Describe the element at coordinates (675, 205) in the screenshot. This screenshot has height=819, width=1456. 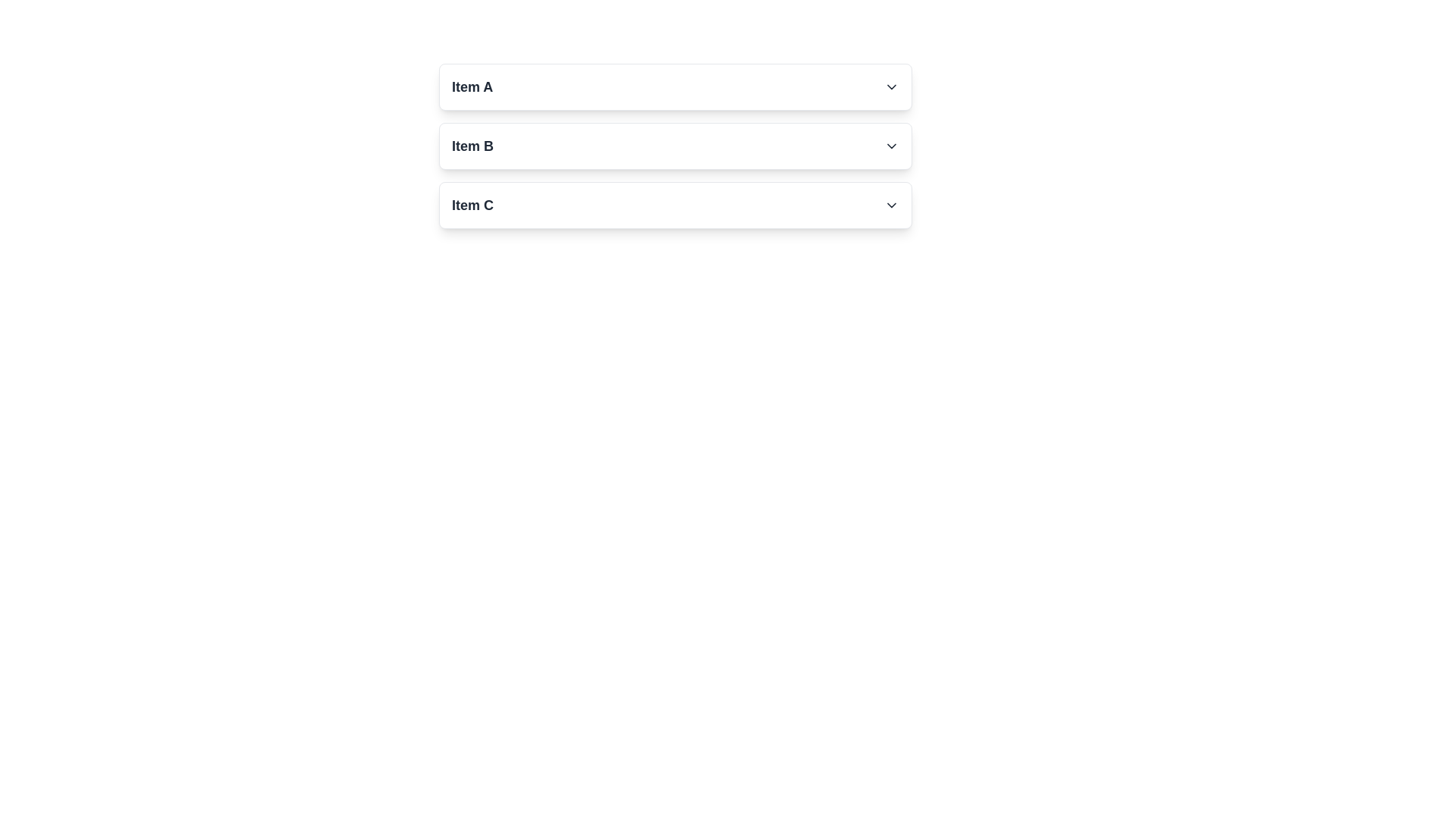
I see `the dropdown menu trigger labeled 'Item C'` at that location.